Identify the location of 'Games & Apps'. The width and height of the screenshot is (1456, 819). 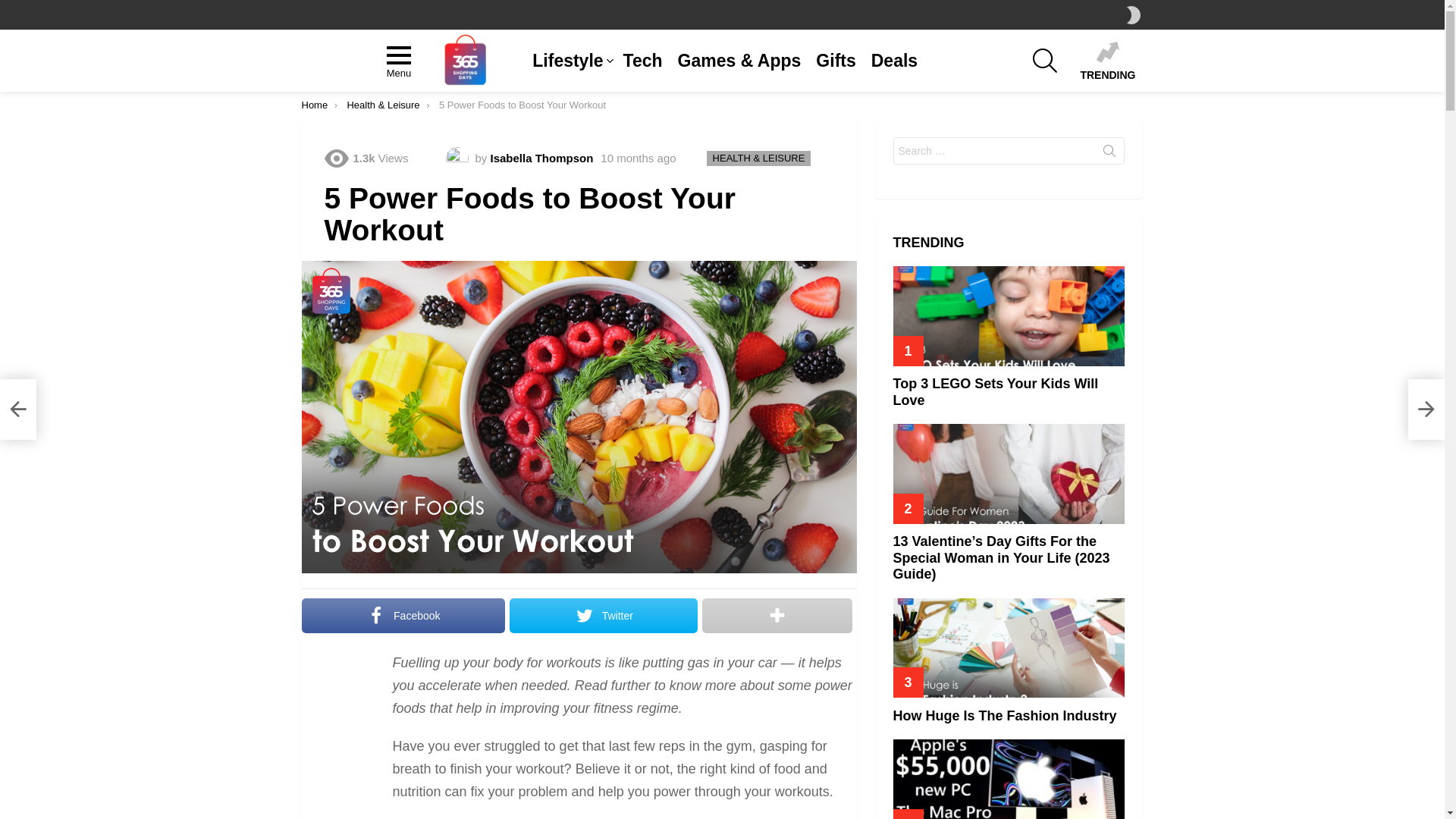
(669, 60).